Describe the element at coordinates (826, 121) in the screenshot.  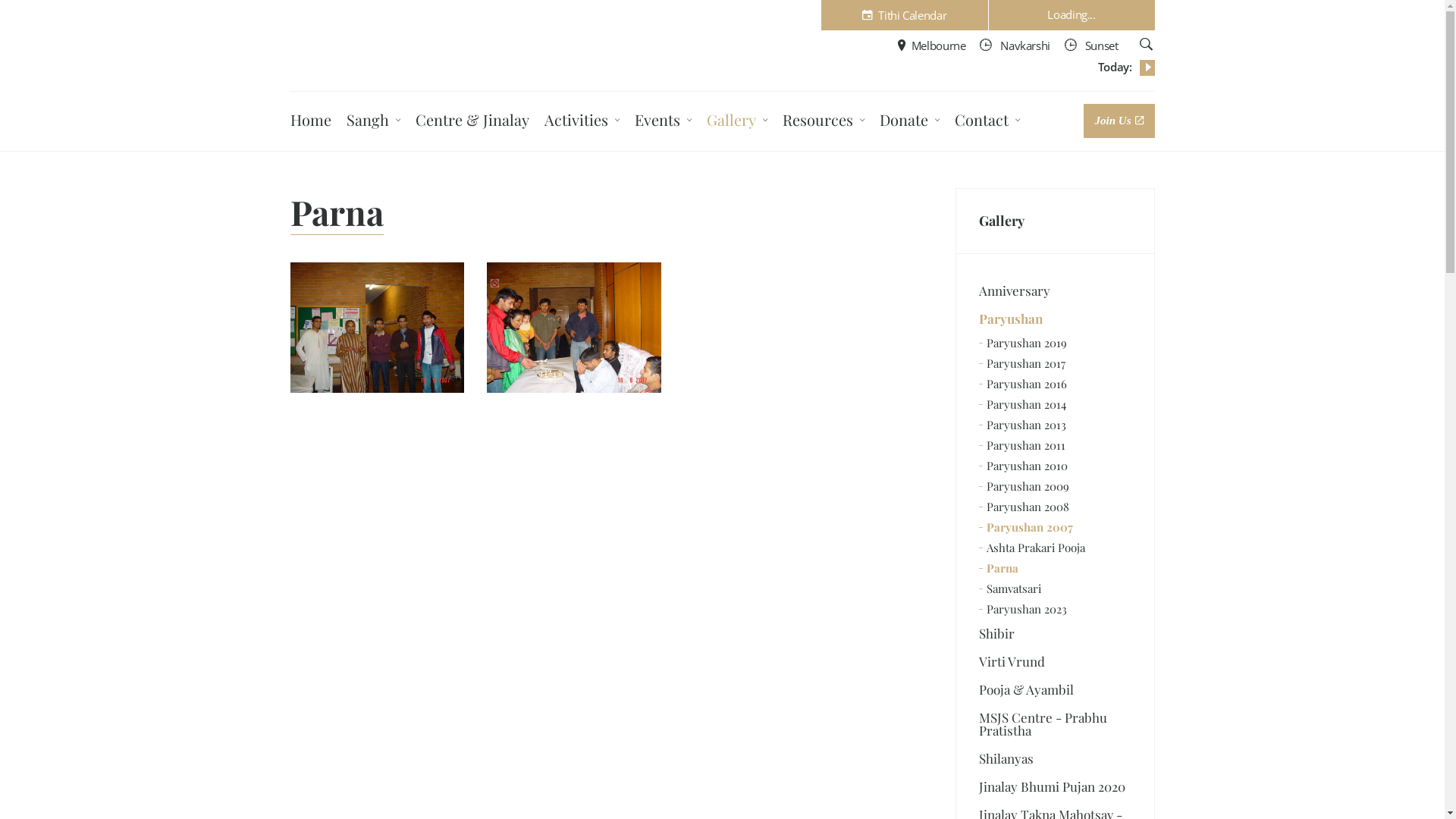
I see `'Resources'` at that location.